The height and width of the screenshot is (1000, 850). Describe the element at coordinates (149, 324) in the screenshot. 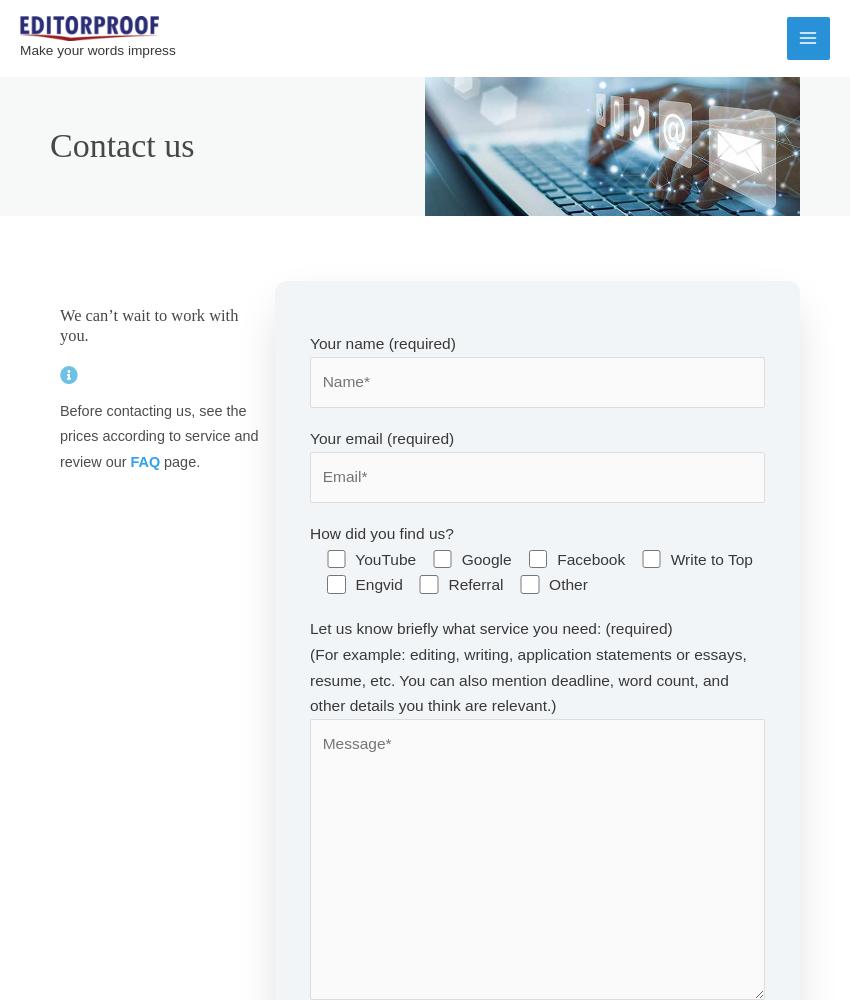

I see `'We can’t wait to work with you.'` at that location.